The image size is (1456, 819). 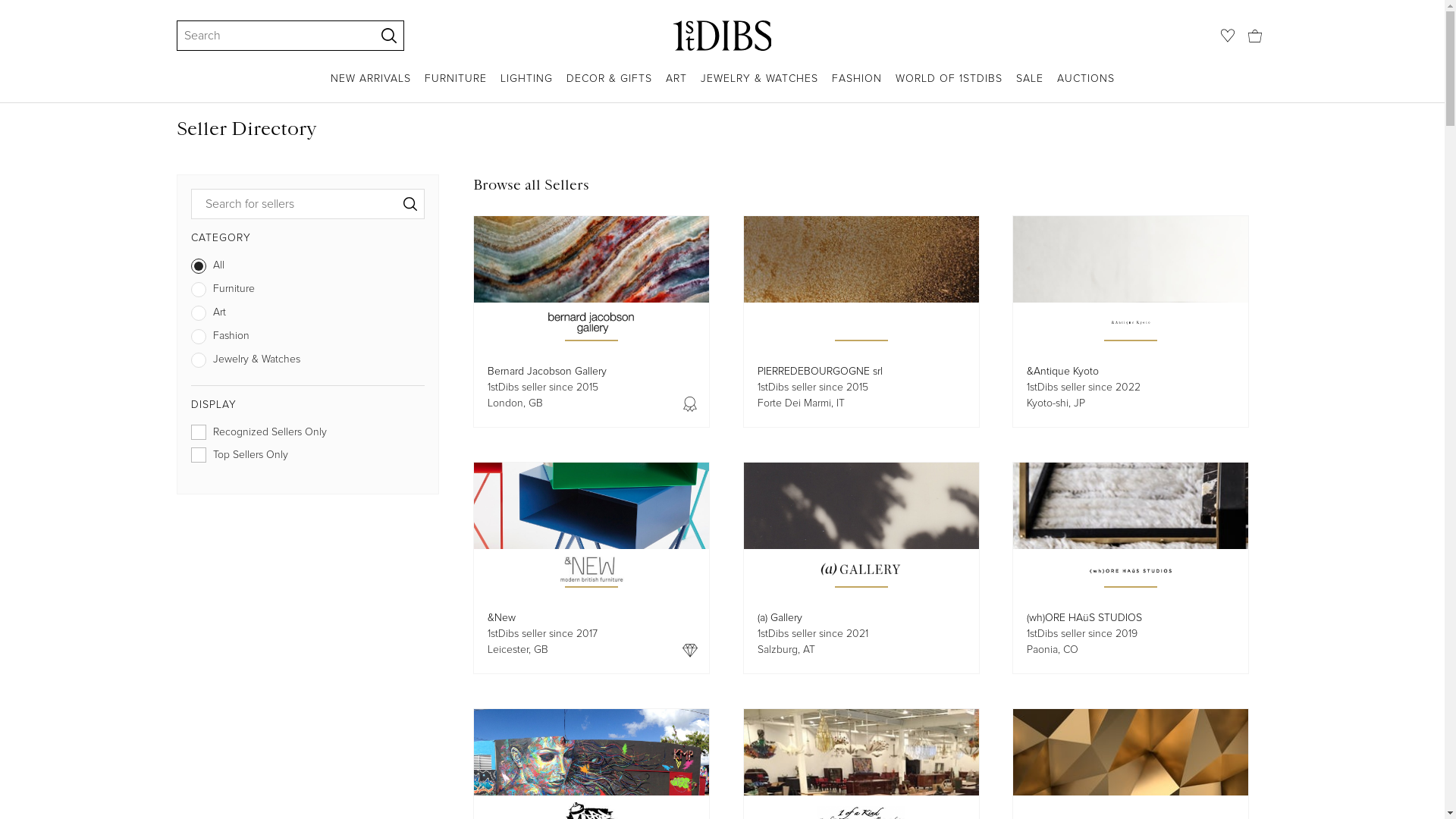 I want to click on 'Art', so click(x=307, y=315).